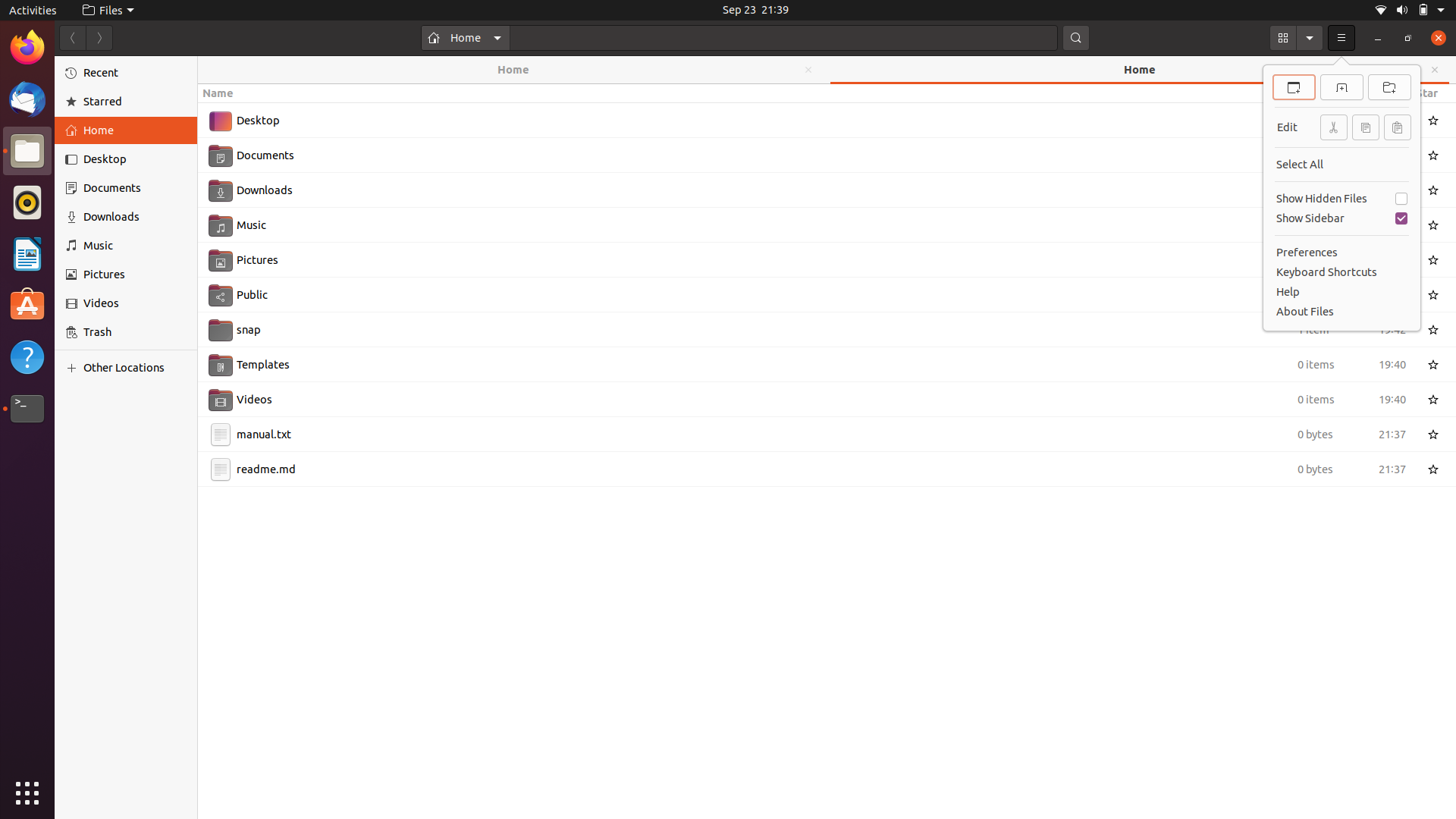  I want to click on From the menu, use keyboard keys to scroll down and select "New File", so click(1341, 37).